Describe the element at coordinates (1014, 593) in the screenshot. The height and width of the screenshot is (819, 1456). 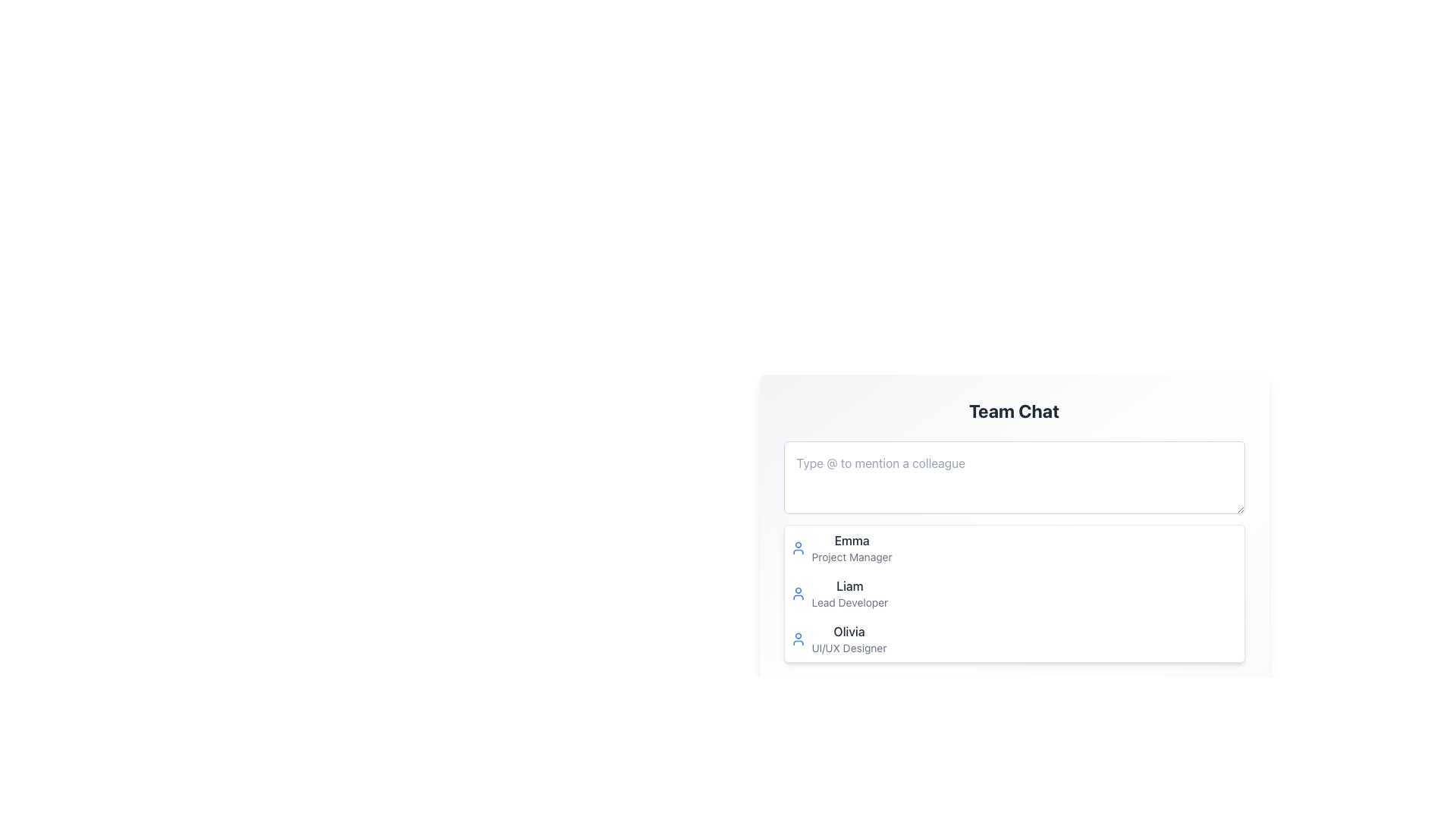
I see `the second item in the team member list, which is visually positioned between 'Emma: Project Manager' and 'Olivia: UI/UX Designer'` at that location.